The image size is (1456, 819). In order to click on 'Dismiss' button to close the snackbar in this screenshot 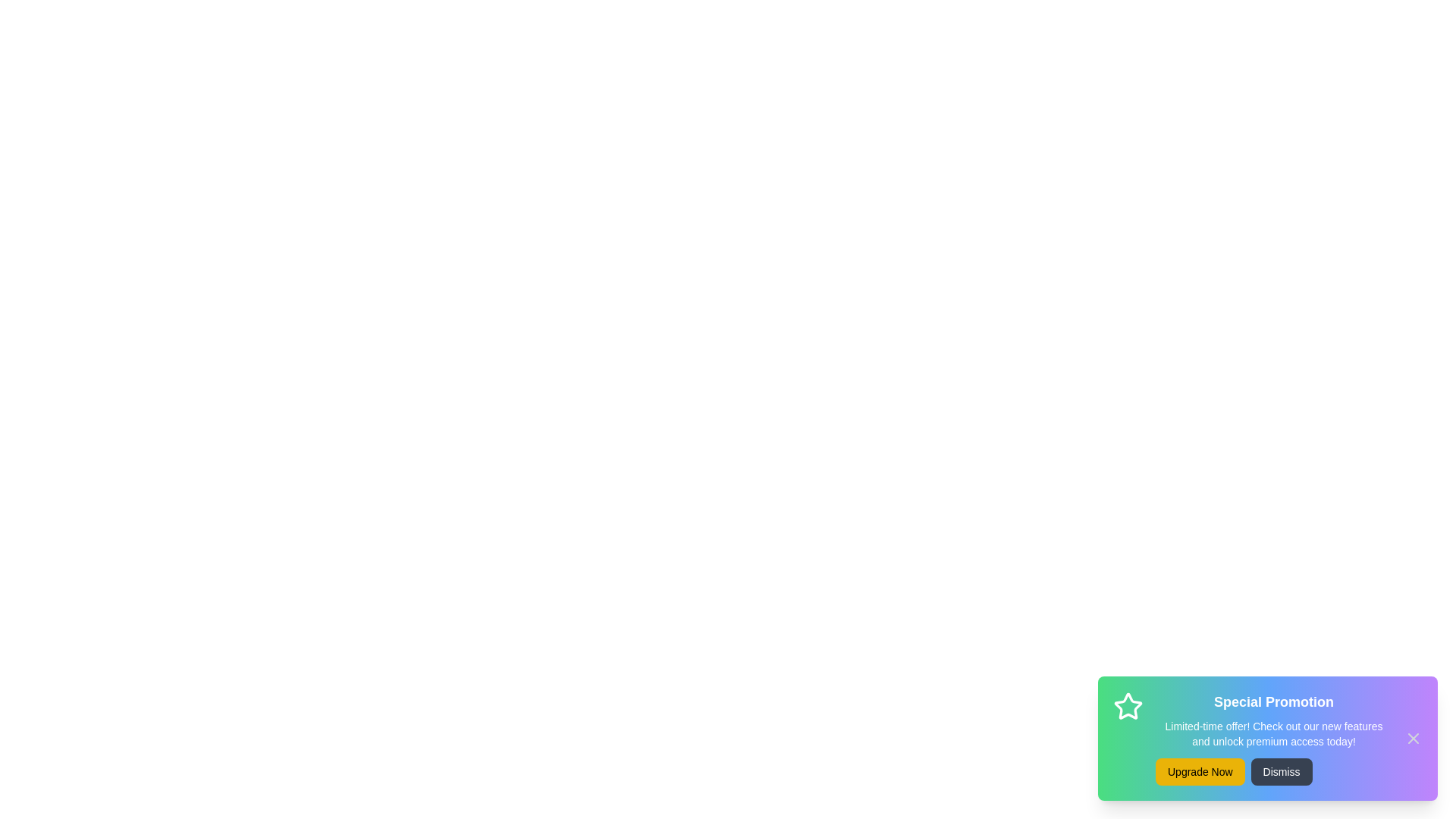, I will do `click(1280, 772)`.